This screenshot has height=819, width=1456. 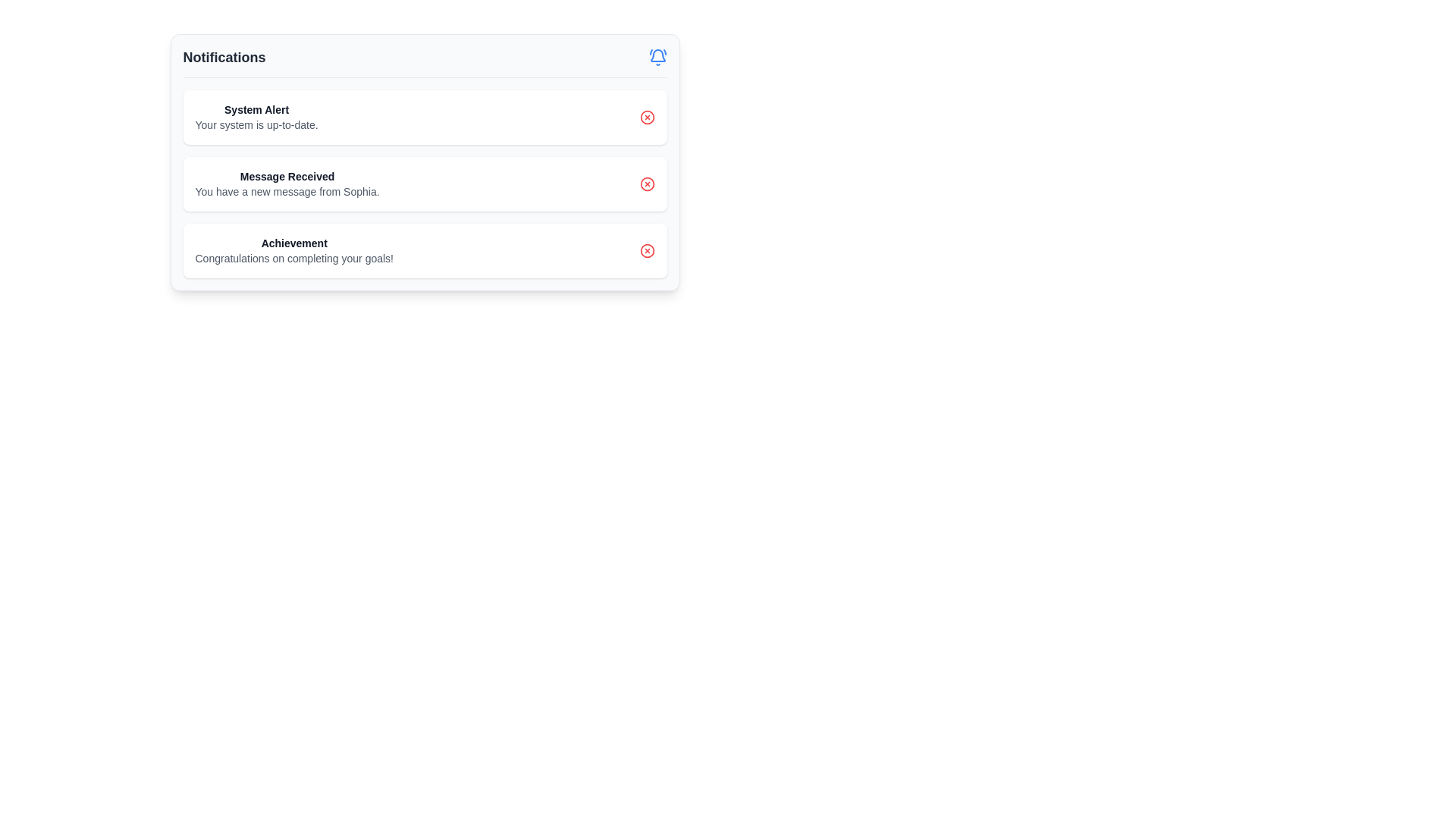 I want to click on the text element displaying 'You have a new message from Sophia.' located below the bolded title 'Message Received' in the Notifications section, so click(x=287, y=191).